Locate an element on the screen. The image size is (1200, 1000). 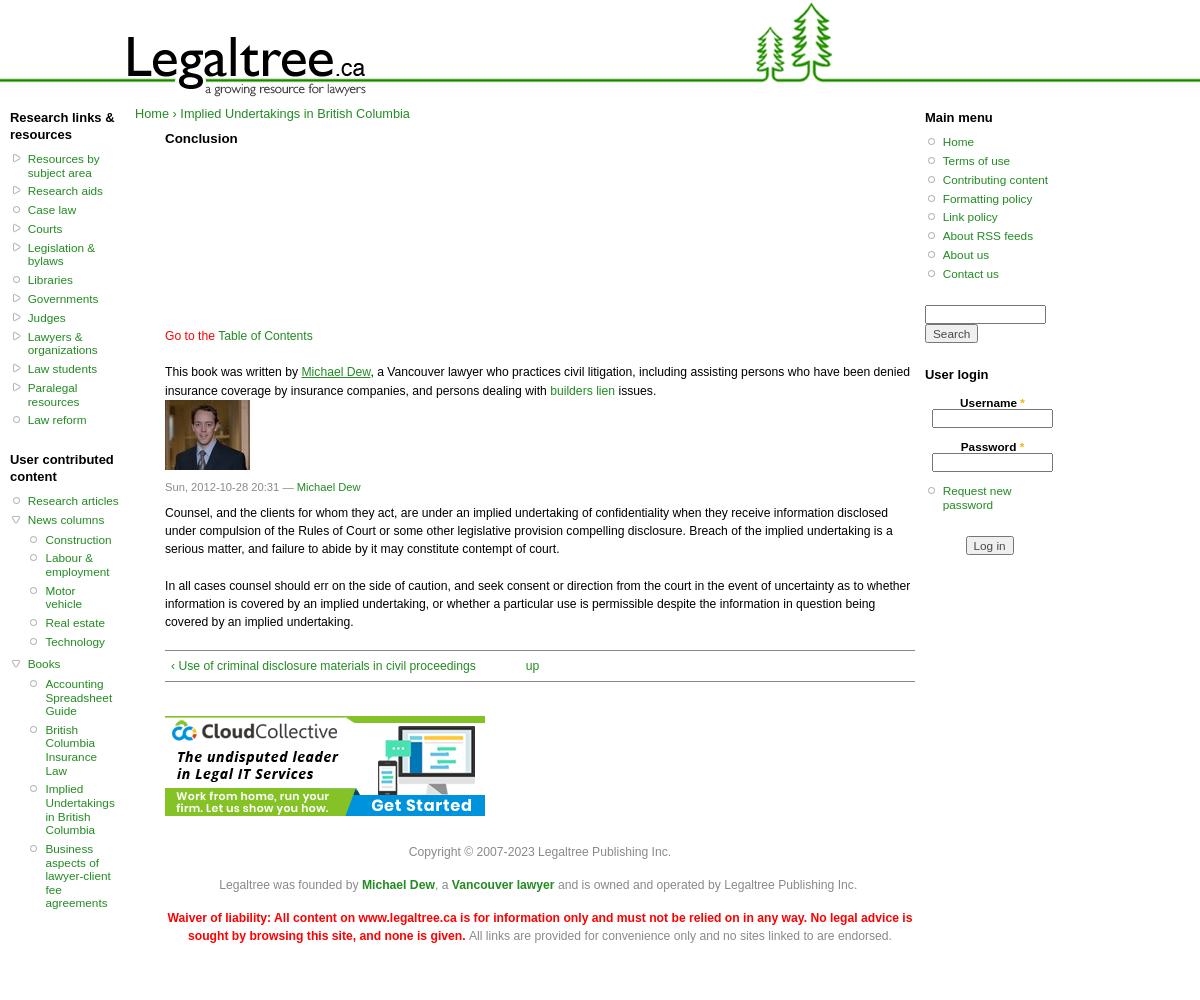
'Accounting Spreadsheet Guide' is located at coordinates (45, 695).